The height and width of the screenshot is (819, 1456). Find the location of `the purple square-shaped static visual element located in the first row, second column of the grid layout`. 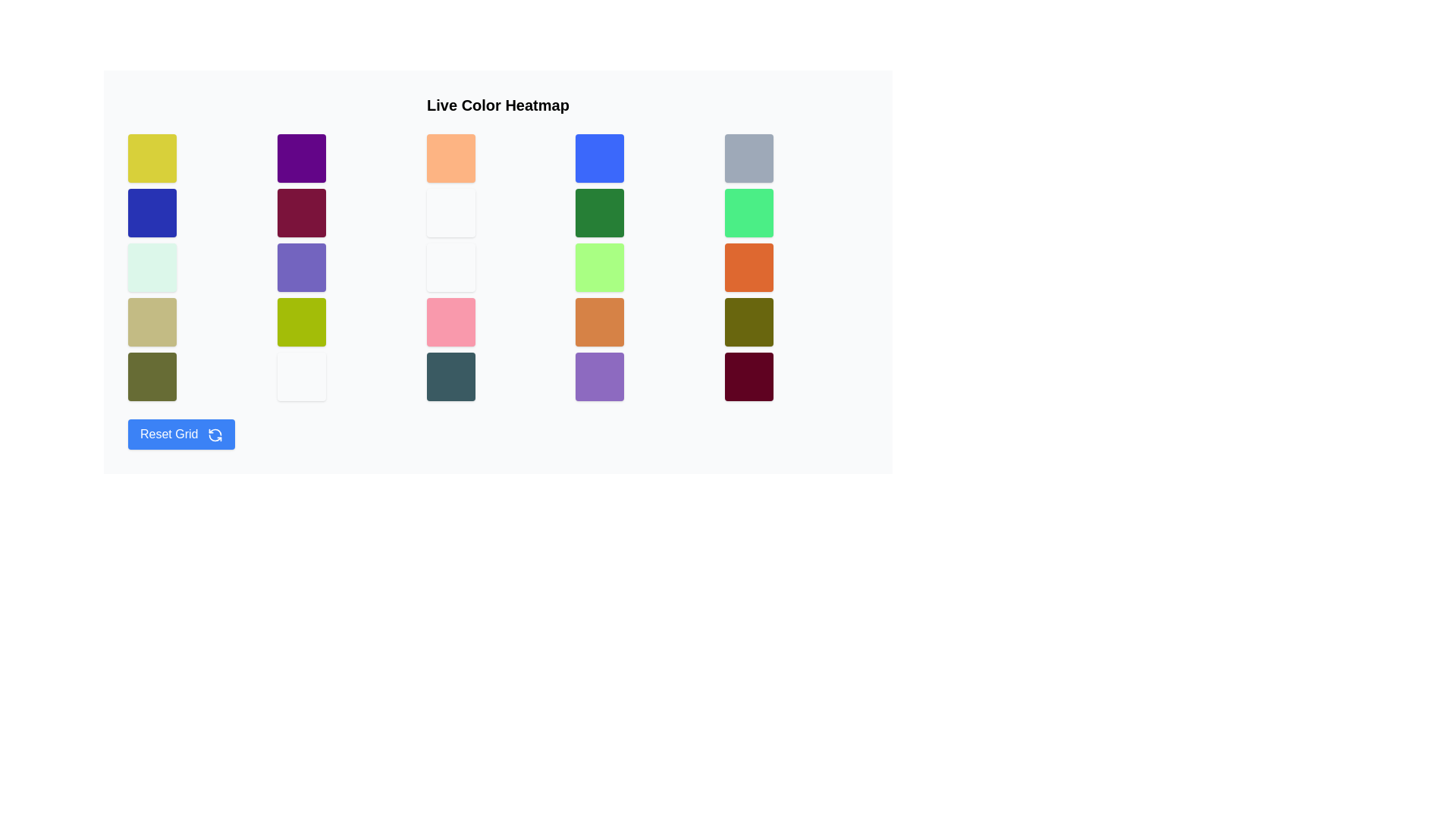

the purple square-shaped static visual element located in the first row, second column of the grid layout is located at coordinates (301, 158).